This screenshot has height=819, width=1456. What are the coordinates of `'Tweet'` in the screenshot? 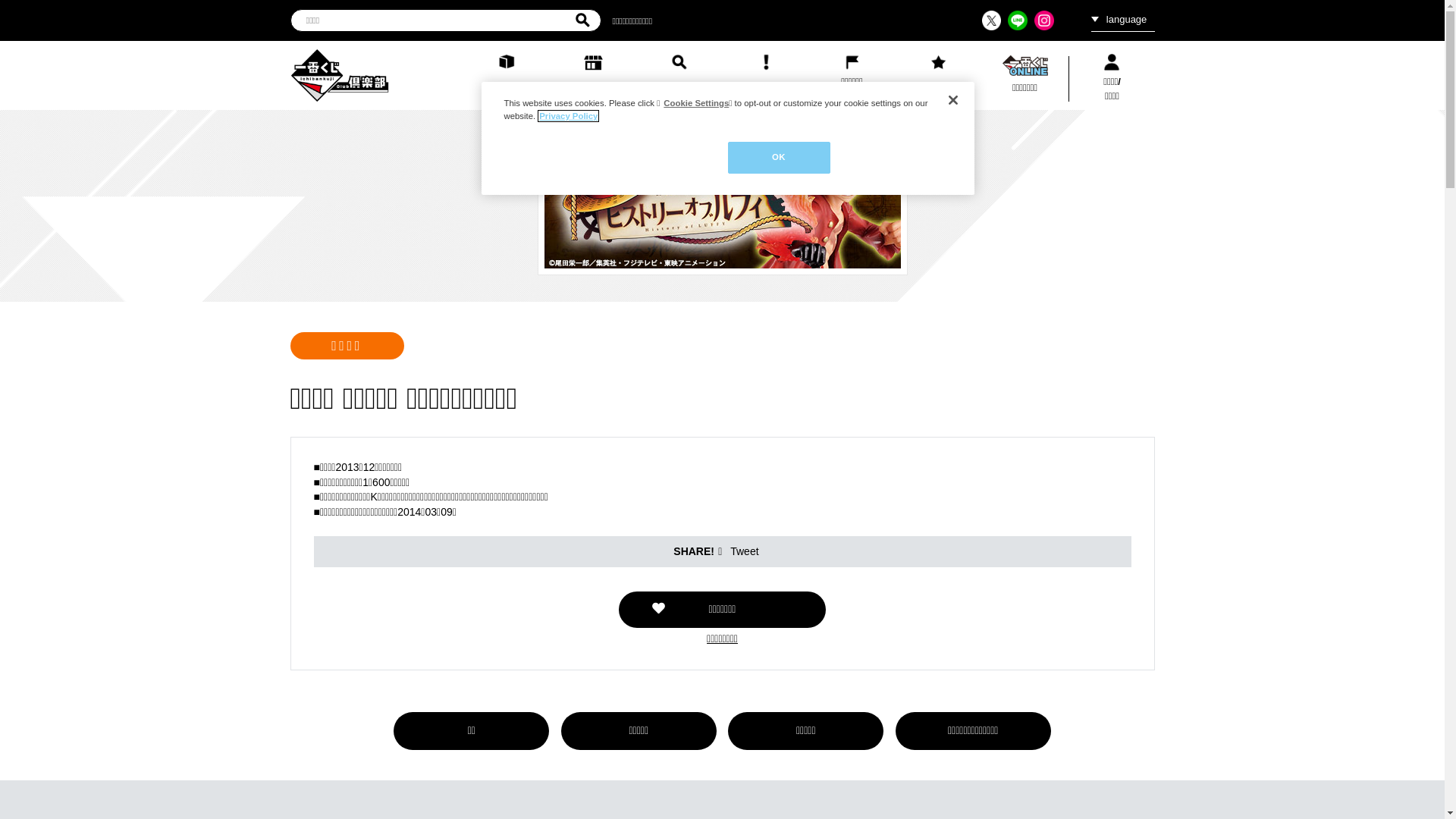 It's located at (744, 551).